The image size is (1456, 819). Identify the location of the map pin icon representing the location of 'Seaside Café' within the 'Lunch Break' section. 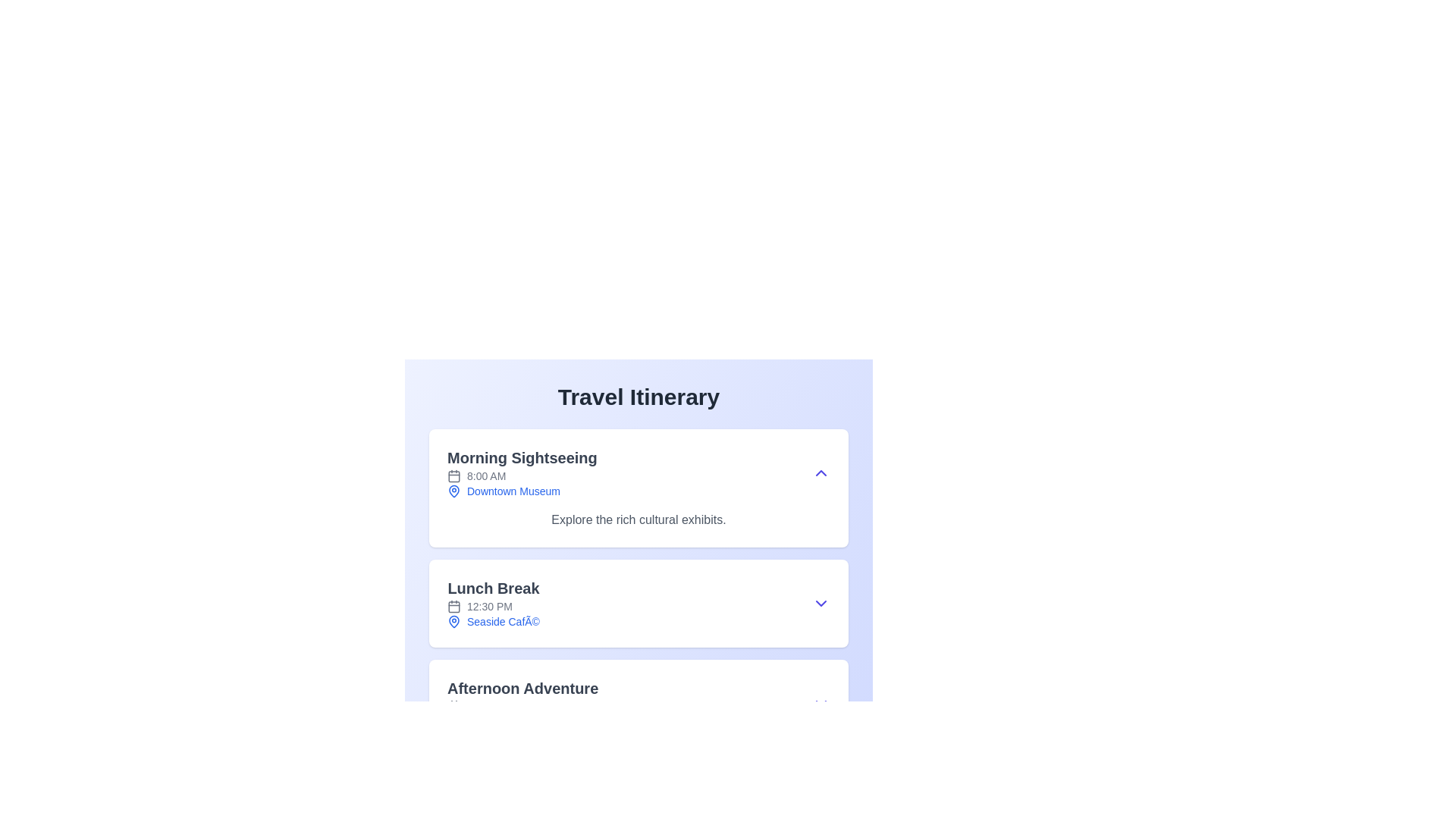
(453, 622).